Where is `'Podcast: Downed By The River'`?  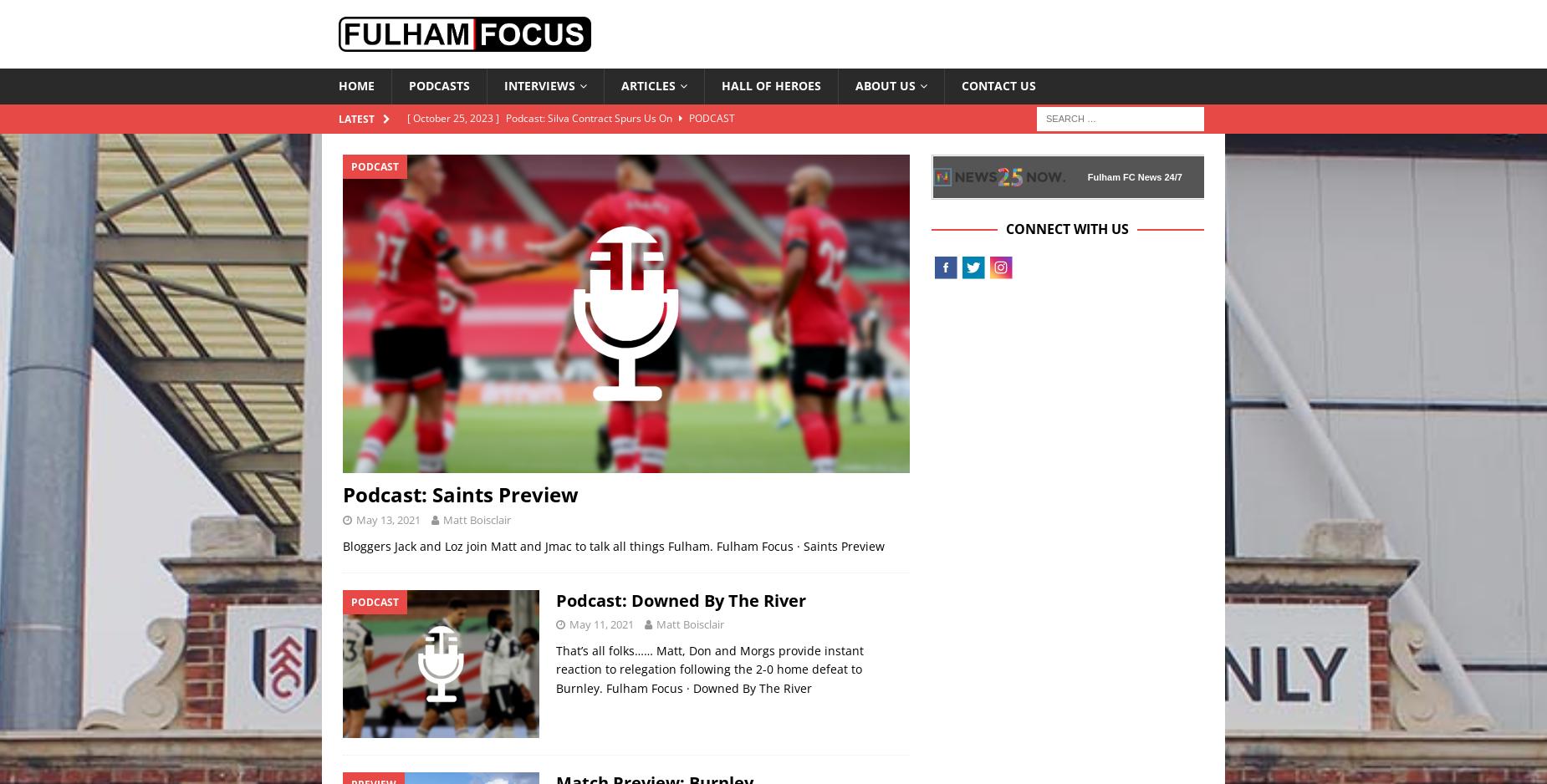 'Podcast: Downed By The River' is located at coordinates (556, 598).